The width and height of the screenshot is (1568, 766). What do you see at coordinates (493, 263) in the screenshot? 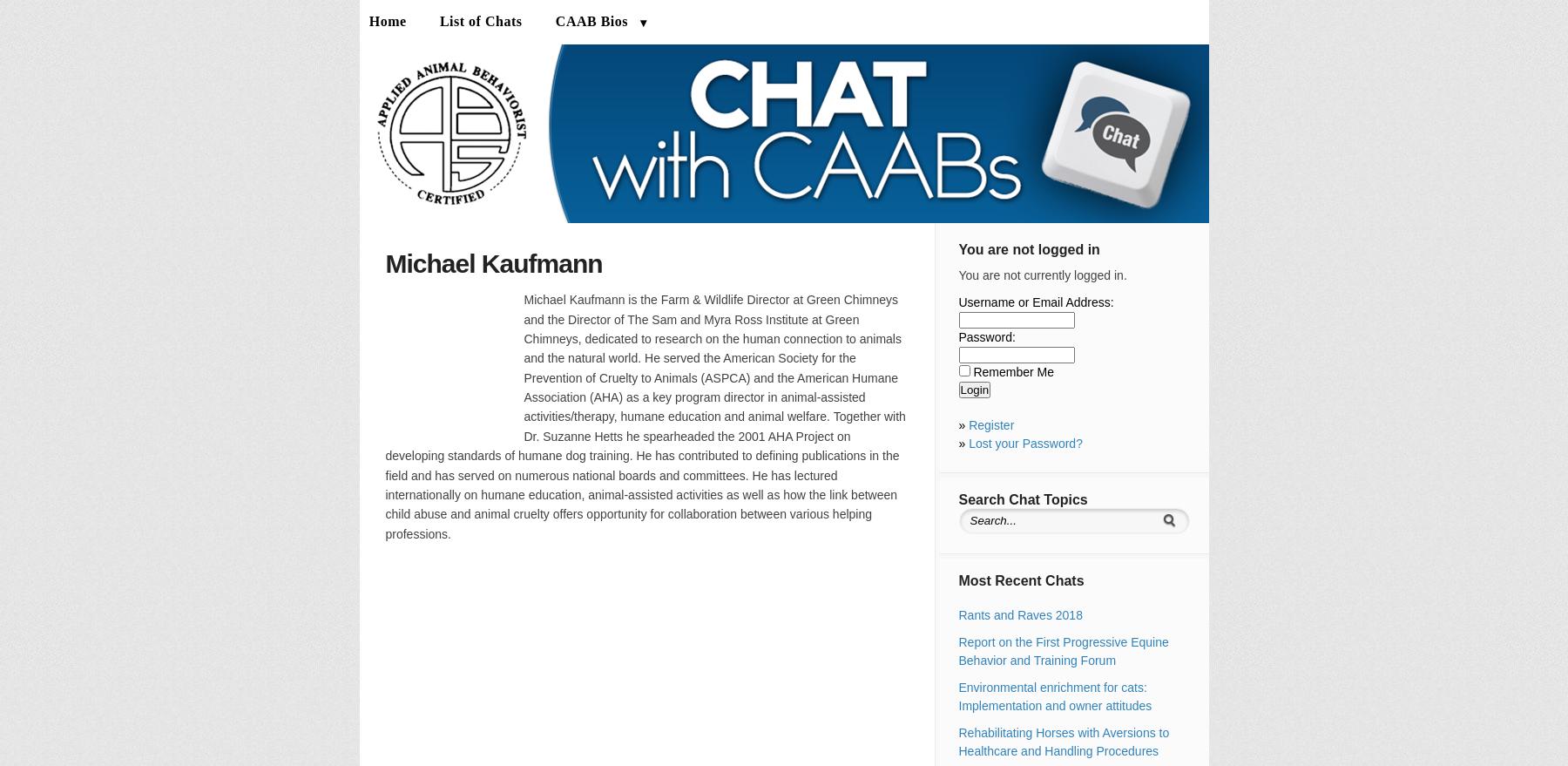
I see `'Michael Kaufmann'` at bounding box center [493, 263].